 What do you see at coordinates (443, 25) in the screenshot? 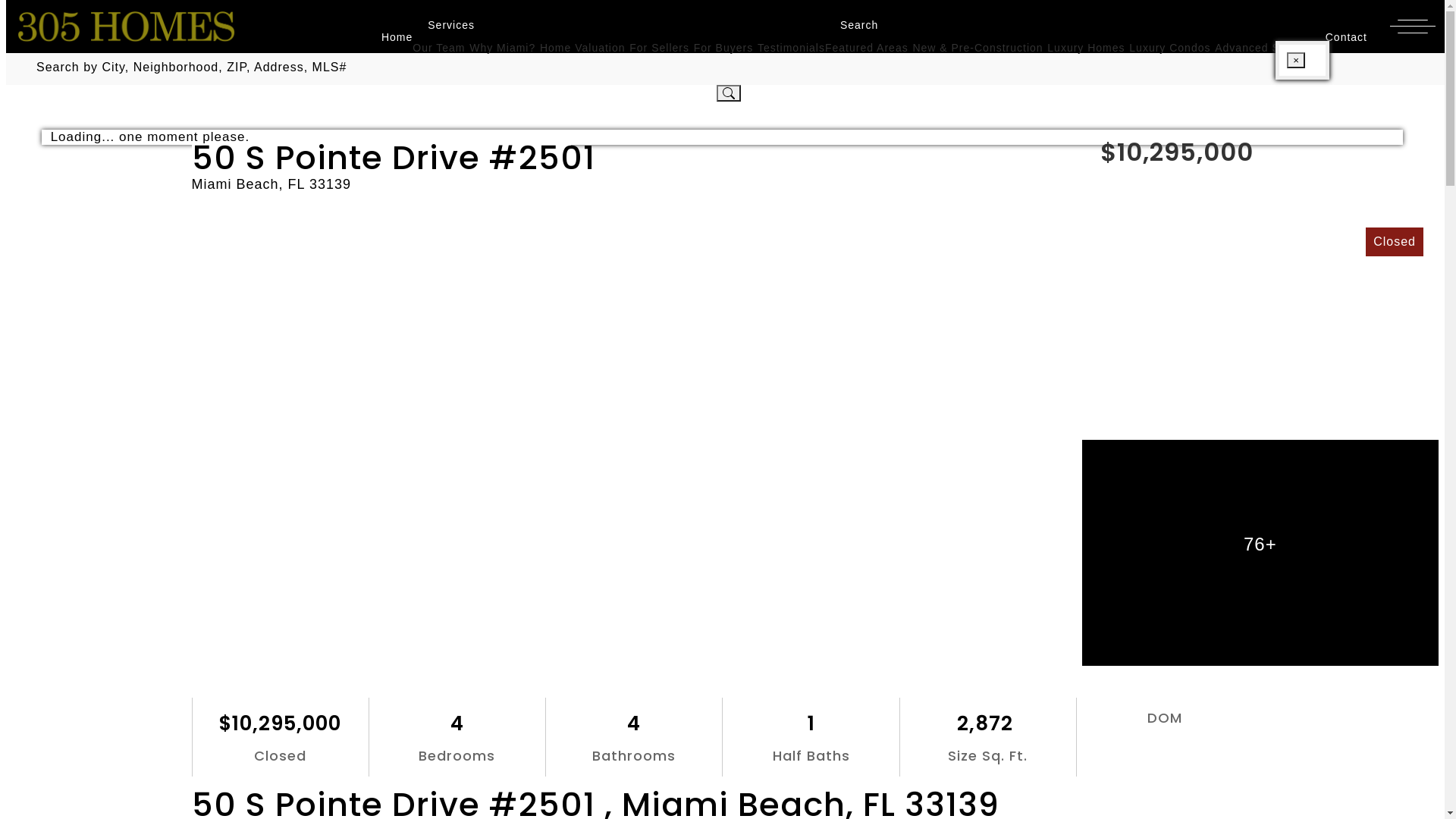
I see `'Services'` at bounding box center [443, 25].